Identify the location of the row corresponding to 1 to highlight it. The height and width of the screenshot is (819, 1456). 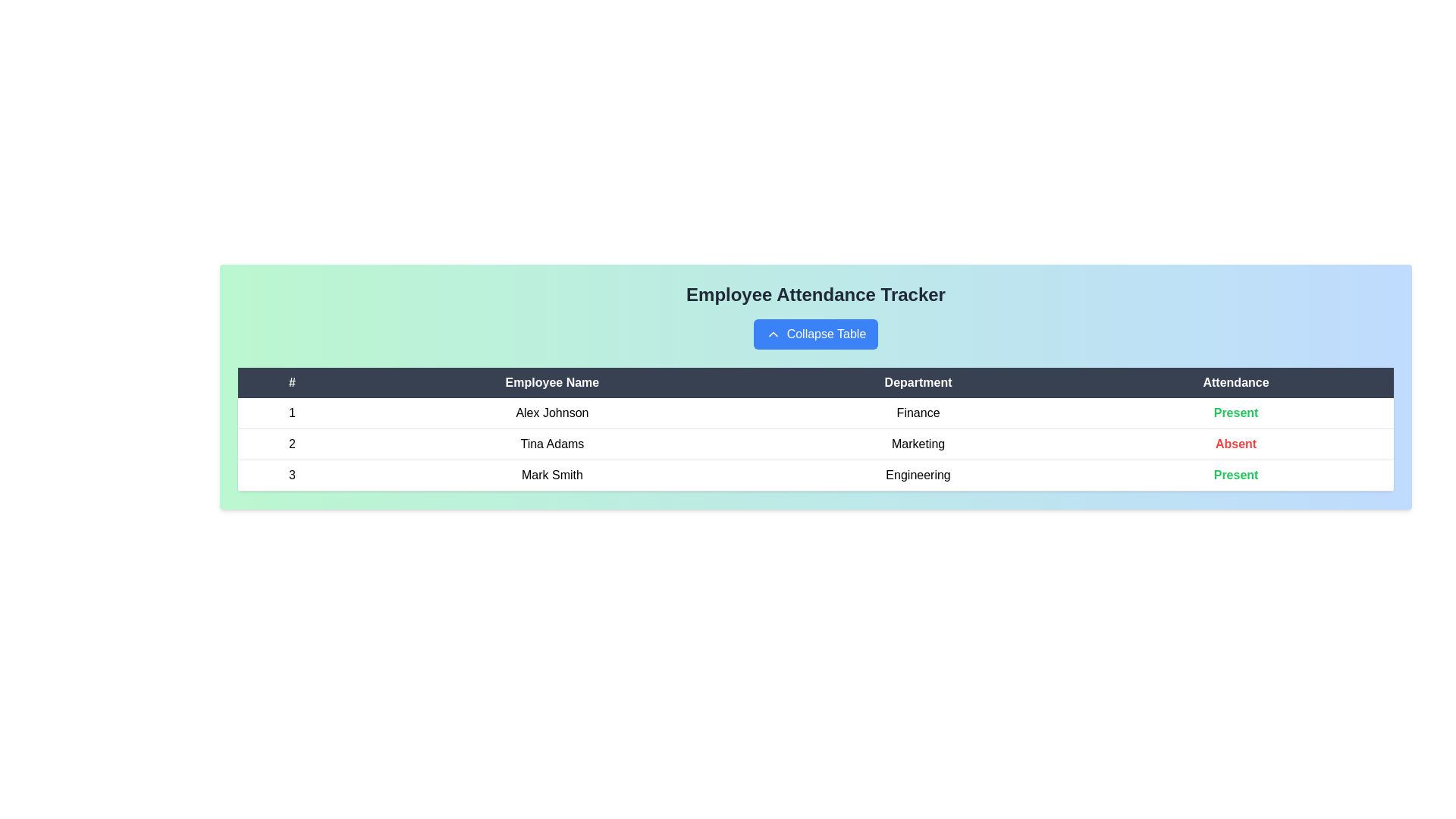
(814, 413).